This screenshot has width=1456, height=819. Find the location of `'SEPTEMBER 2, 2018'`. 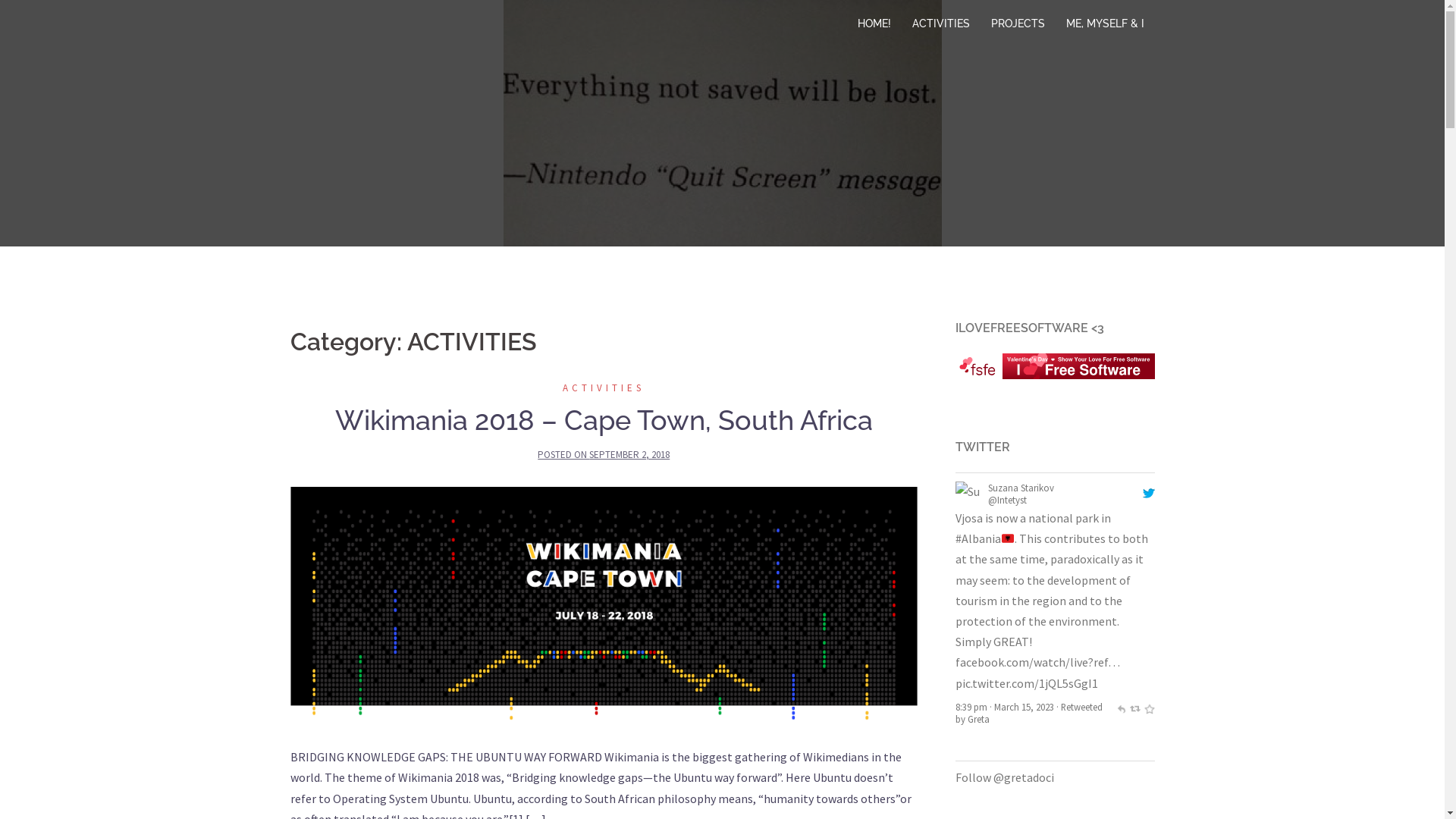

'SEPTEMBER 2, 2018' is located at coordinates (629, 453).